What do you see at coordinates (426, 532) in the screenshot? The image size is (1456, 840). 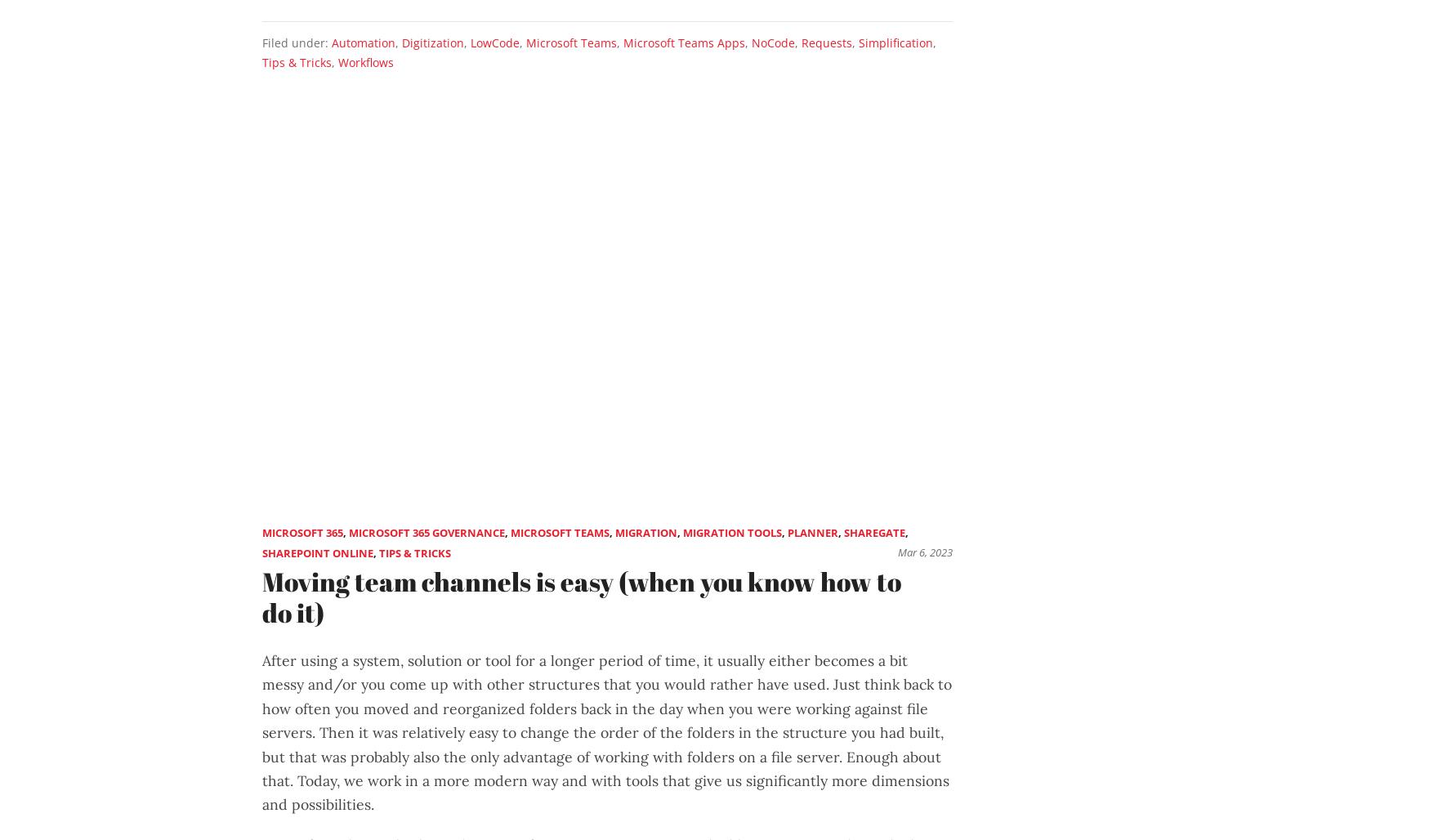 I see `'Microsoft 365 Governance'` at bounding box center [426, 532].